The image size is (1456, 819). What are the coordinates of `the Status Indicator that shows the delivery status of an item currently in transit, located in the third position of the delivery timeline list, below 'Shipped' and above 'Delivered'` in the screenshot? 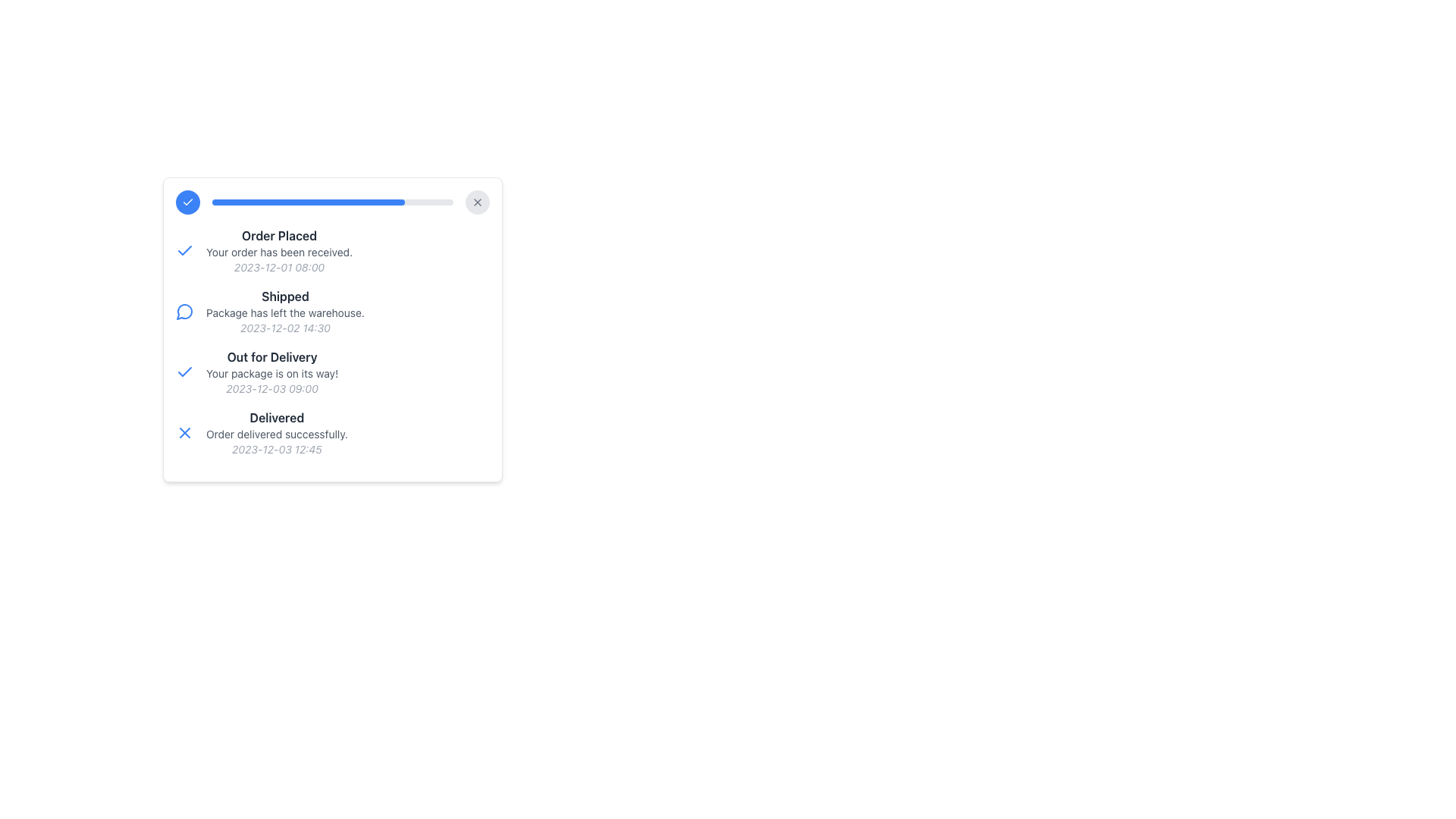 It's located at (331, 372).